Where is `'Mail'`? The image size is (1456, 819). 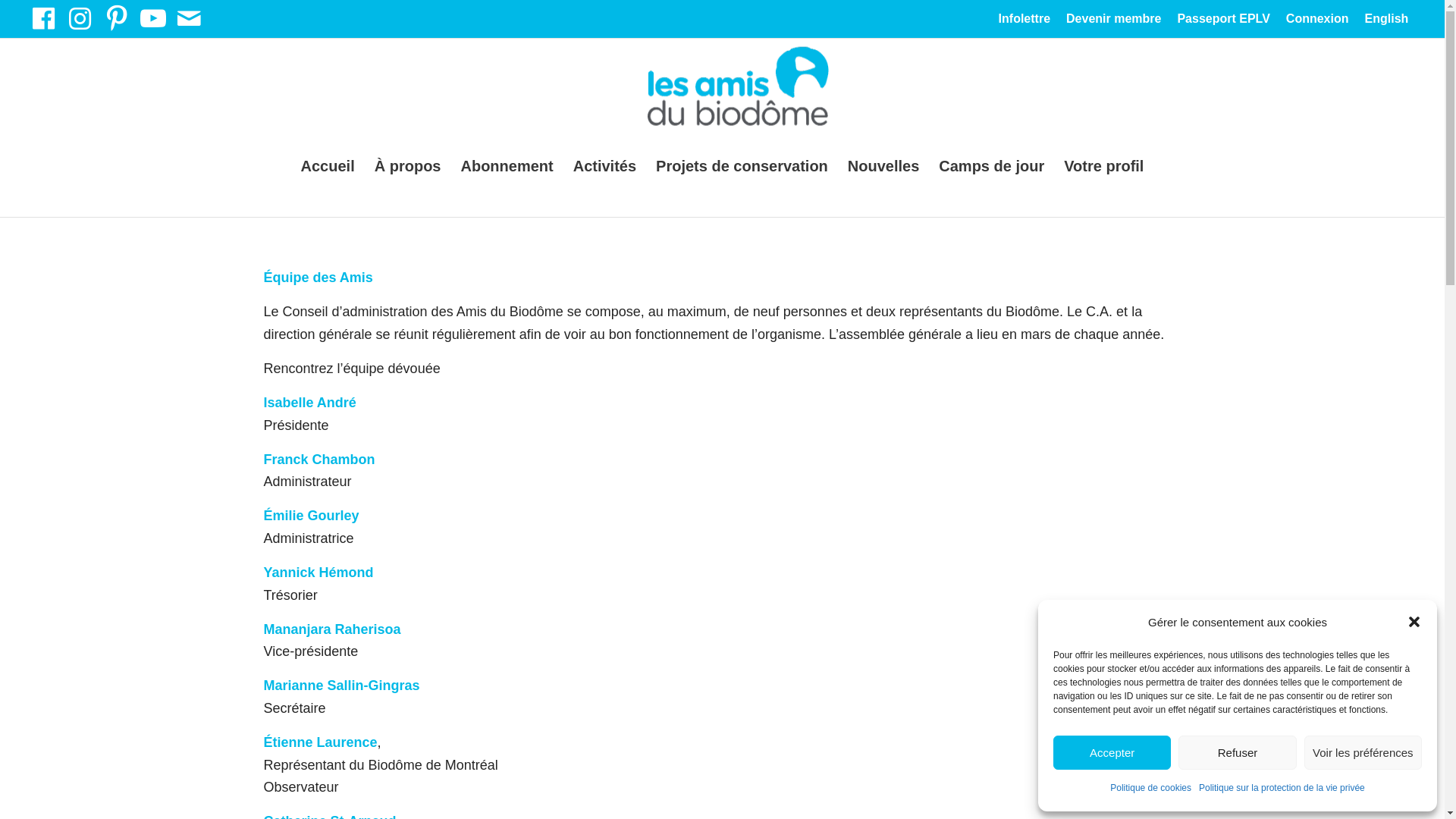 'Mail' is located at coordinates (188, 17).